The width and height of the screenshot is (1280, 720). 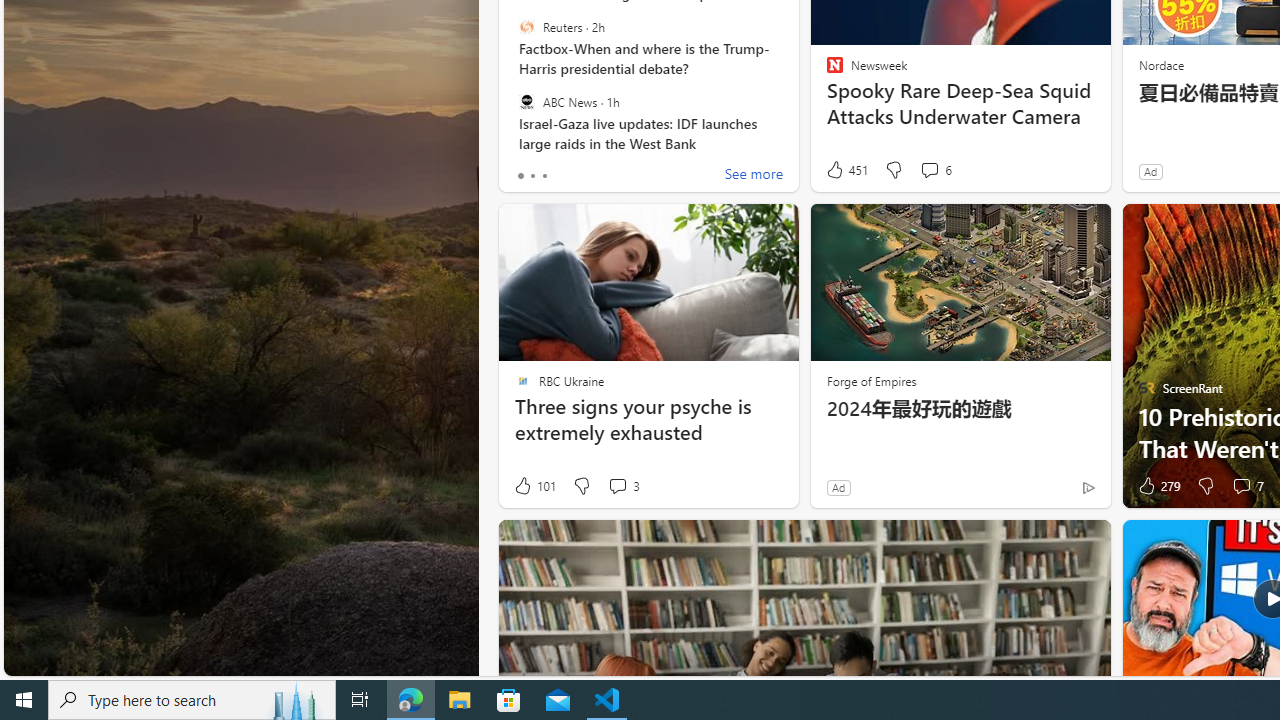 What do you see at coordinates (534, 486) in the screenshot?
I see `'101 Like'` at bounding box center [534, 486].